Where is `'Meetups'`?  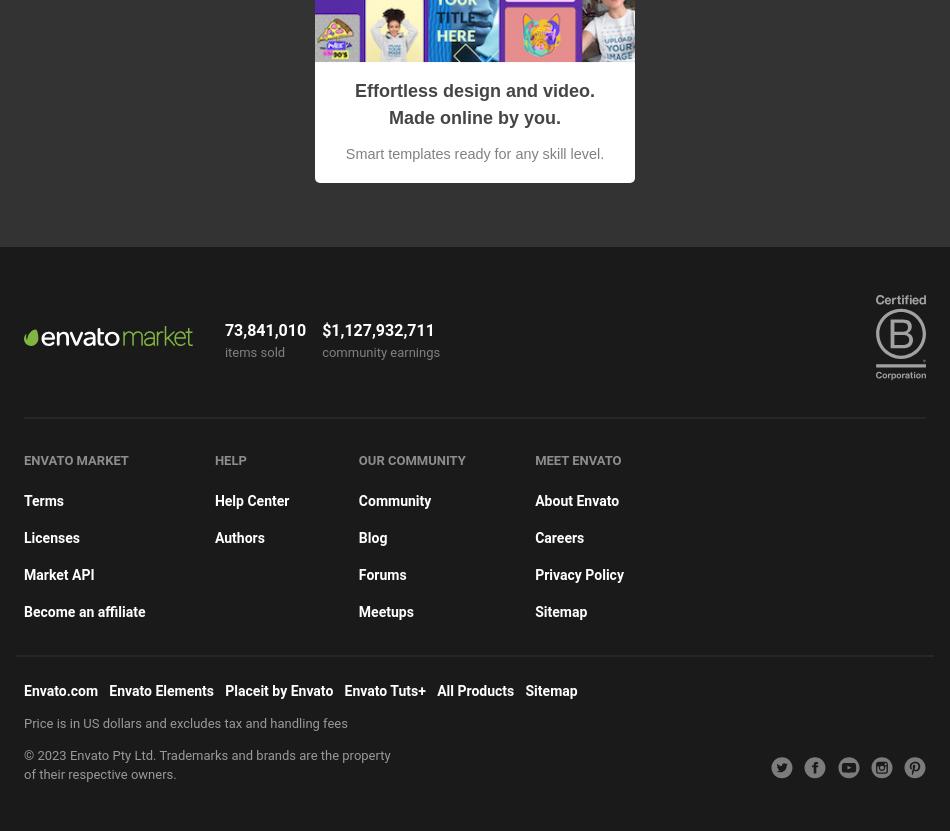
'Meetups' is located at coordinates (384, 611).